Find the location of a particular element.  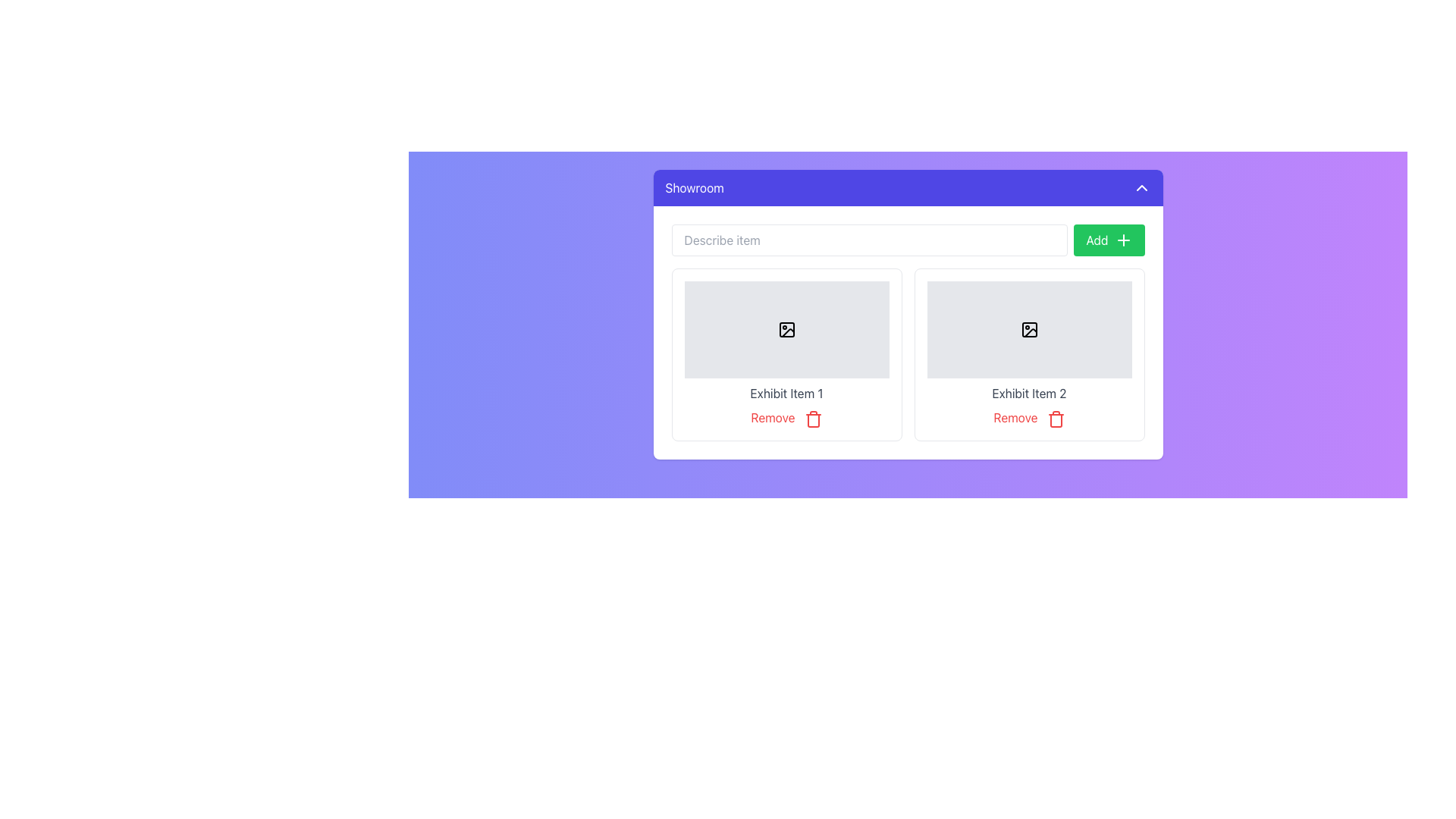

the 'Remove' button with red text and trash can icon located at the bottom-right corner of the 'Exhibit Item 2' card to observe the hover color change is located at coordinates (1029, 418).